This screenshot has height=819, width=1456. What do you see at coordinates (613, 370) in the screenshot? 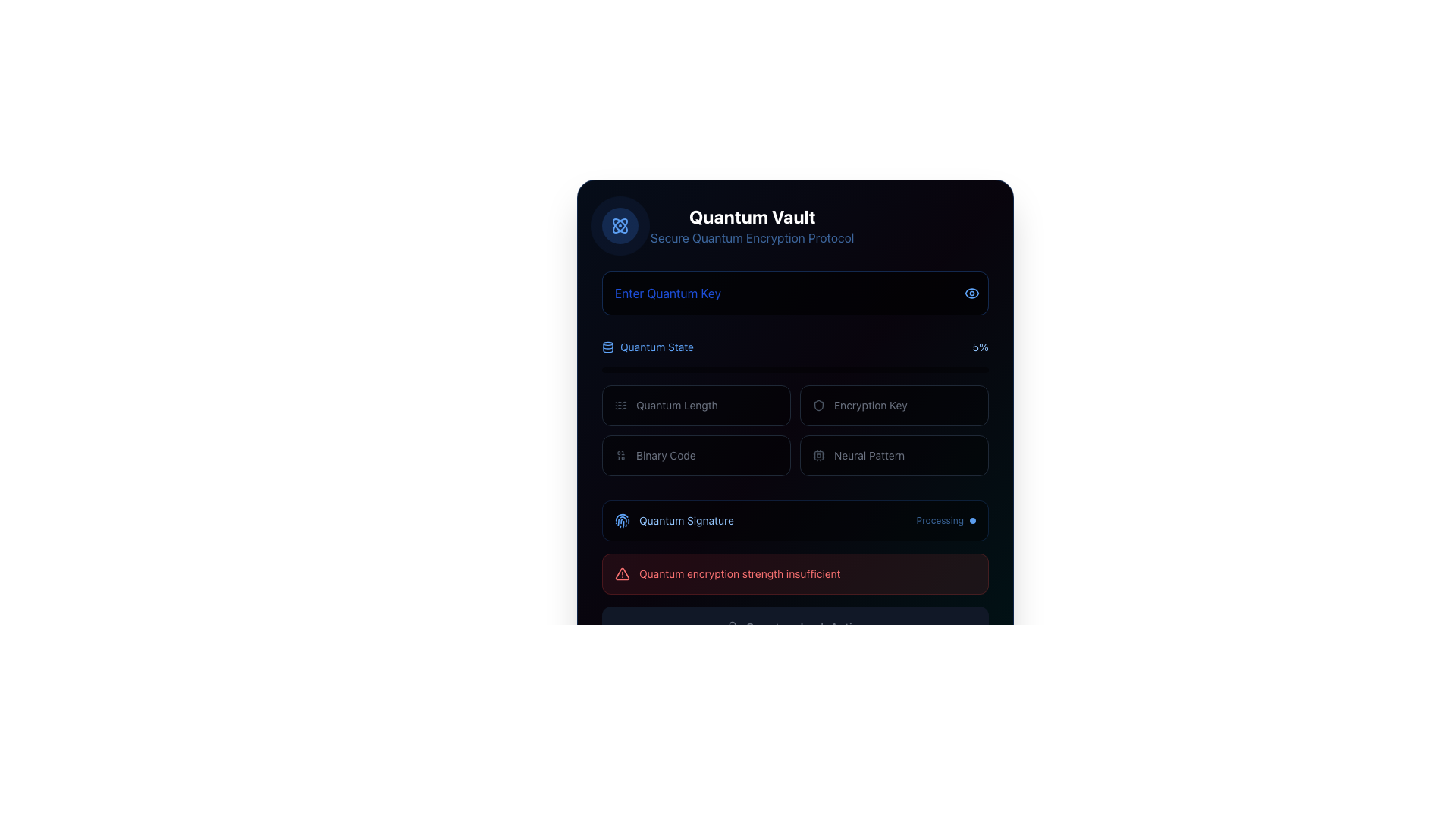
I see `the Quantum State slider` at bounding box center [613, 370].